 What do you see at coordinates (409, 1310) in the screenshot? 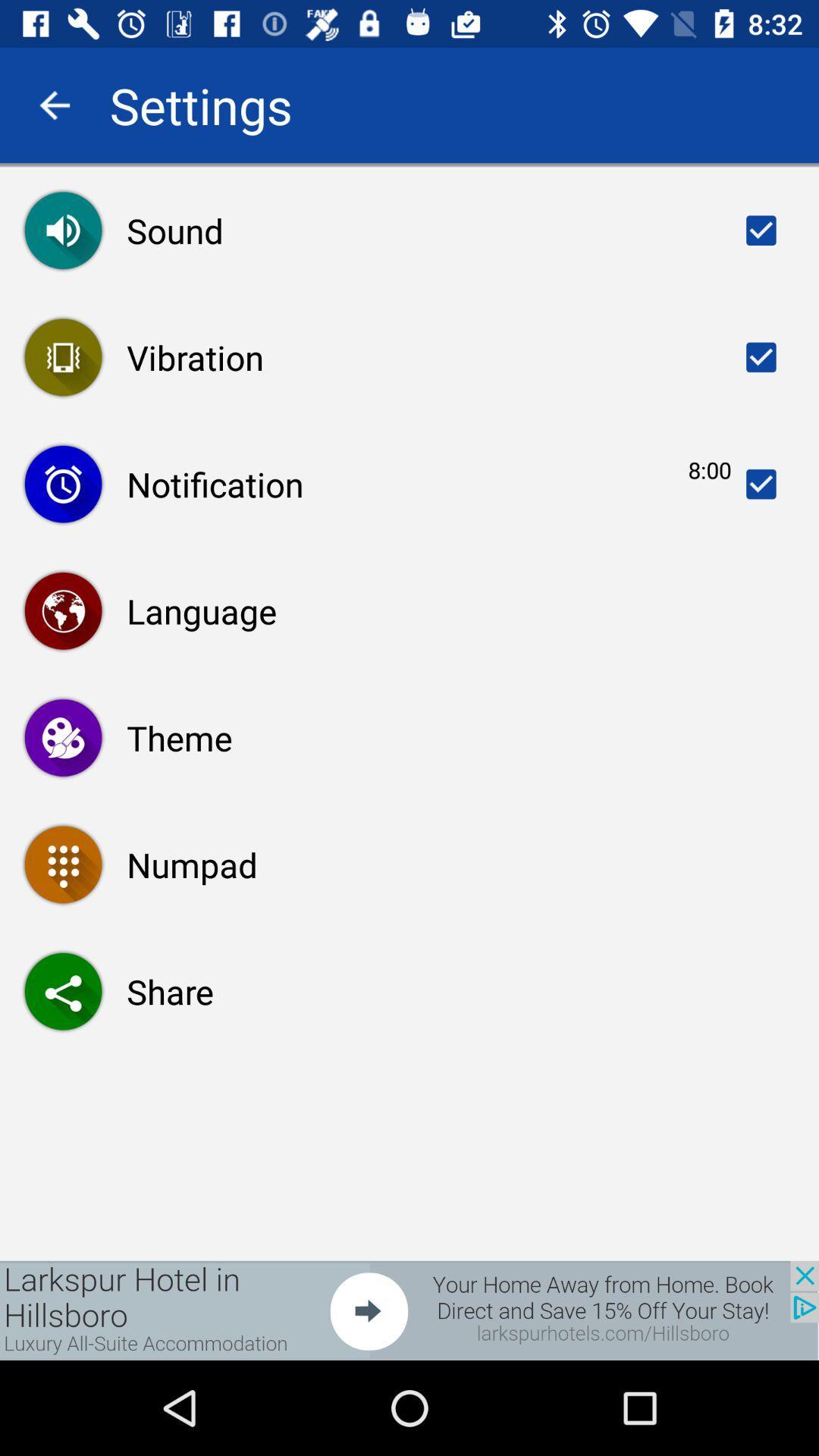
I see `the advertisement website` at bounding box center [409, 1310].